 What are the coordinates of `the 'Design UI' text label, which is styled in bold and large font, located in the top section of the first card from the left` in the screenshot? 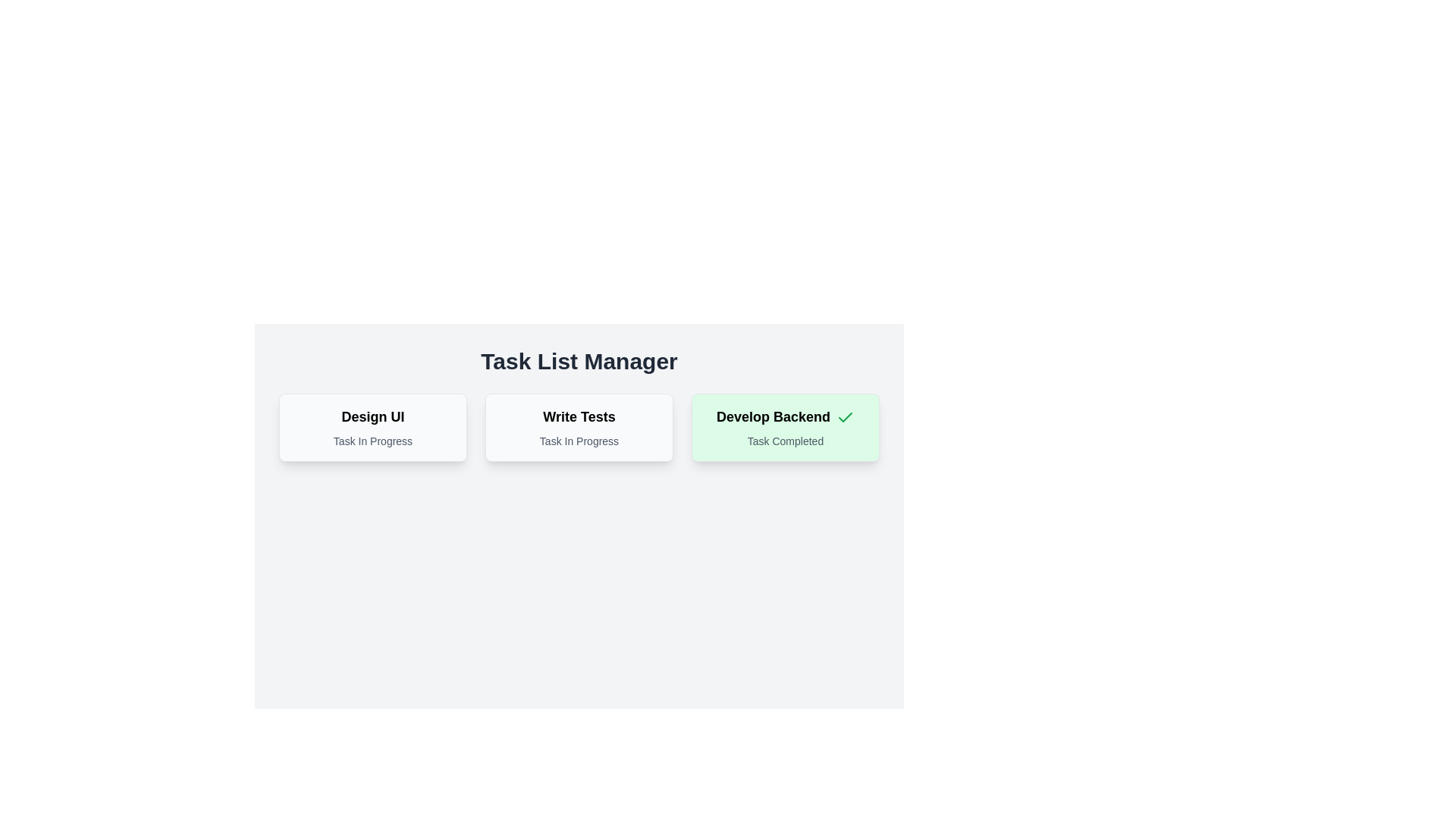 It's located at (372, 417).